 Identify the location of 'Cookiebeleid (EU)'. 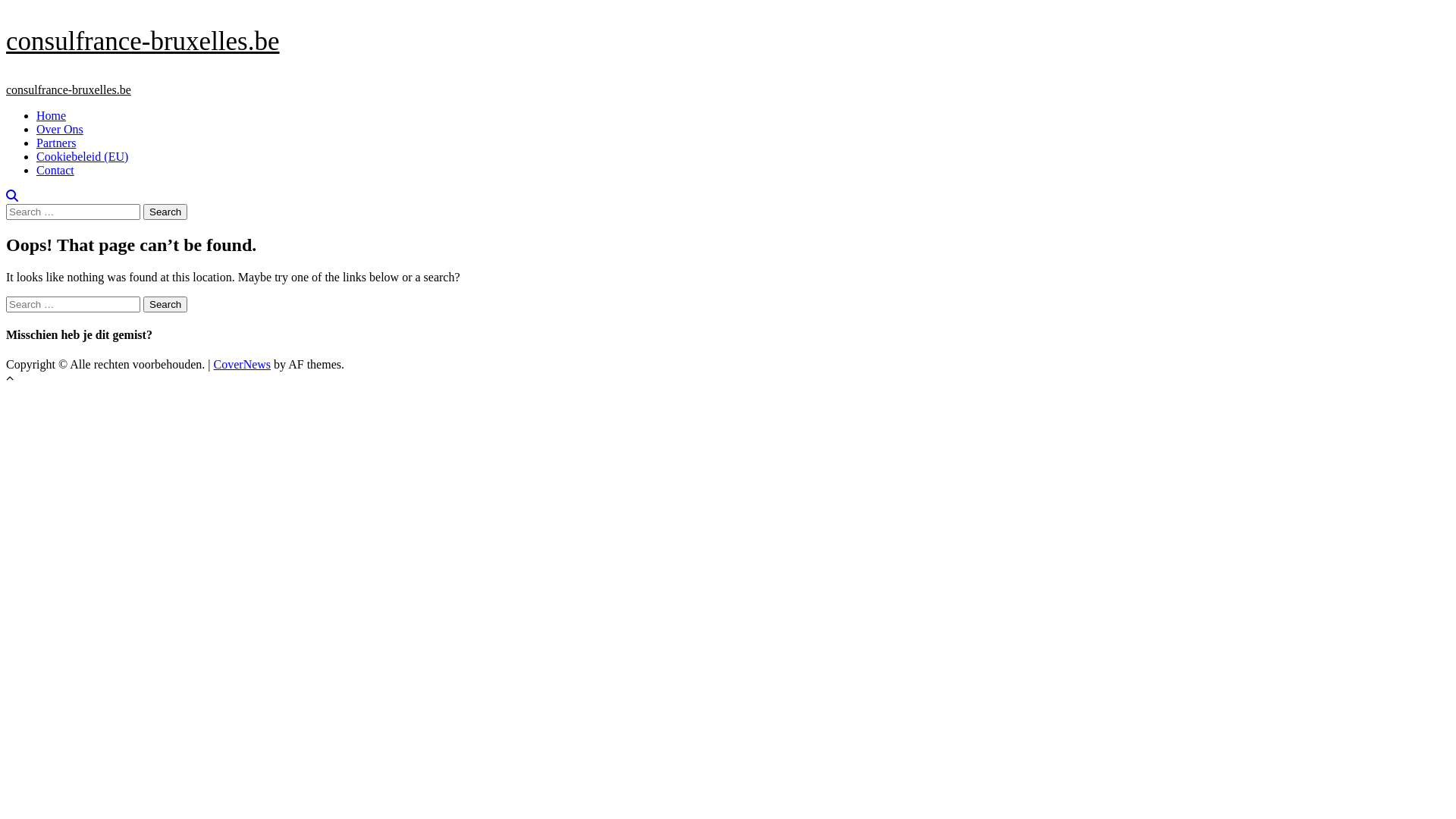
(81, 156).